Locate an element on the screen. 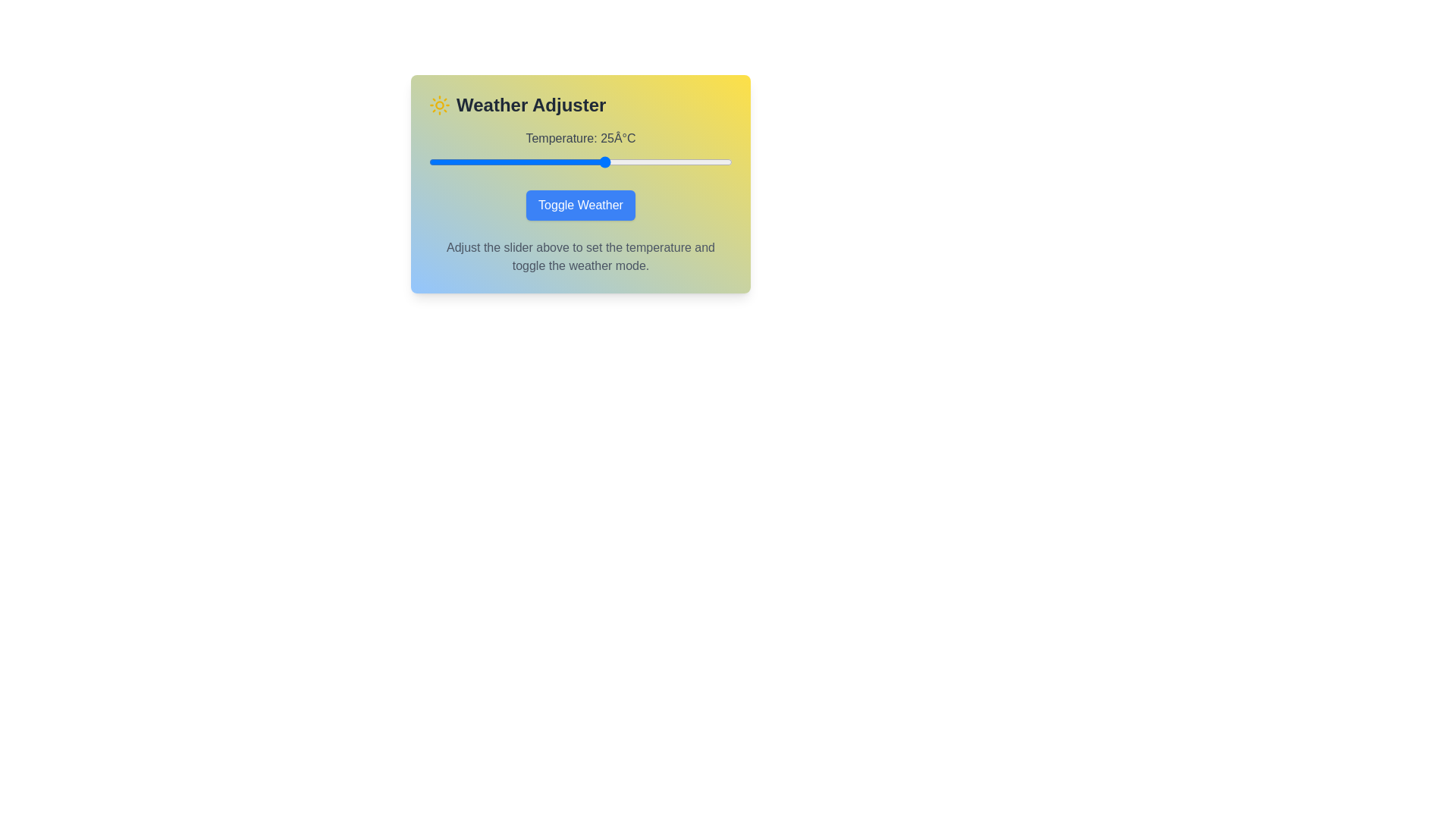 This screenshot has width=1456, height=819. the weather icon to toggle its state is located at coordinates (439, 104).